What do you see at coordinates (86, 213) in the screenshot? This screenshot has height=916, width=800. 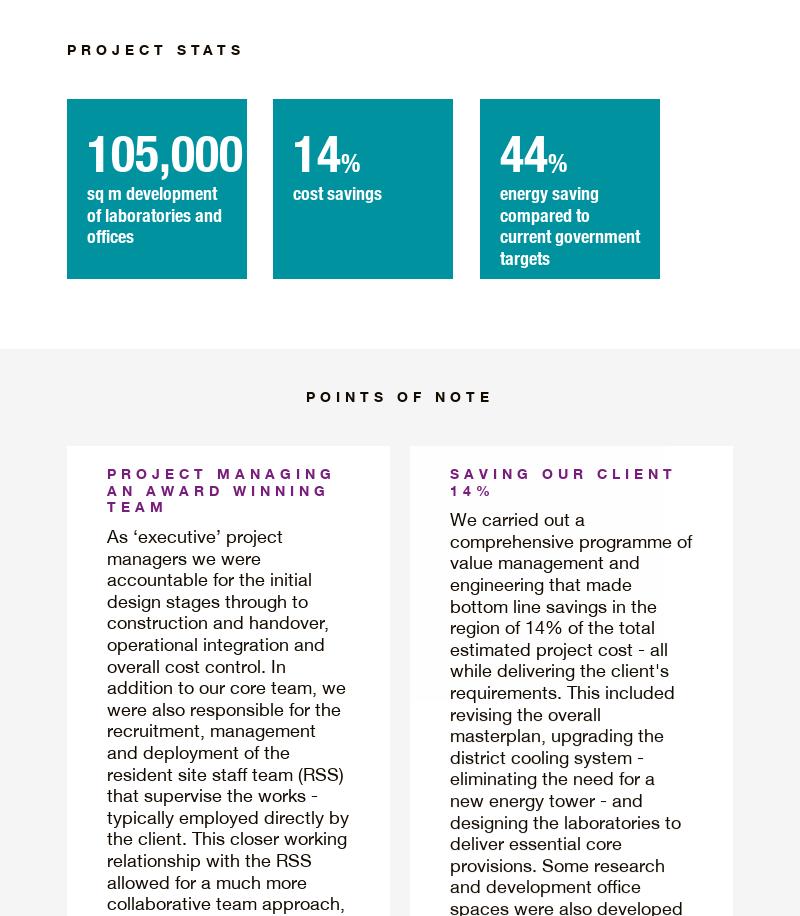 I see `'sq m development of laboratories and offices'` at bounding box center [86, 213].